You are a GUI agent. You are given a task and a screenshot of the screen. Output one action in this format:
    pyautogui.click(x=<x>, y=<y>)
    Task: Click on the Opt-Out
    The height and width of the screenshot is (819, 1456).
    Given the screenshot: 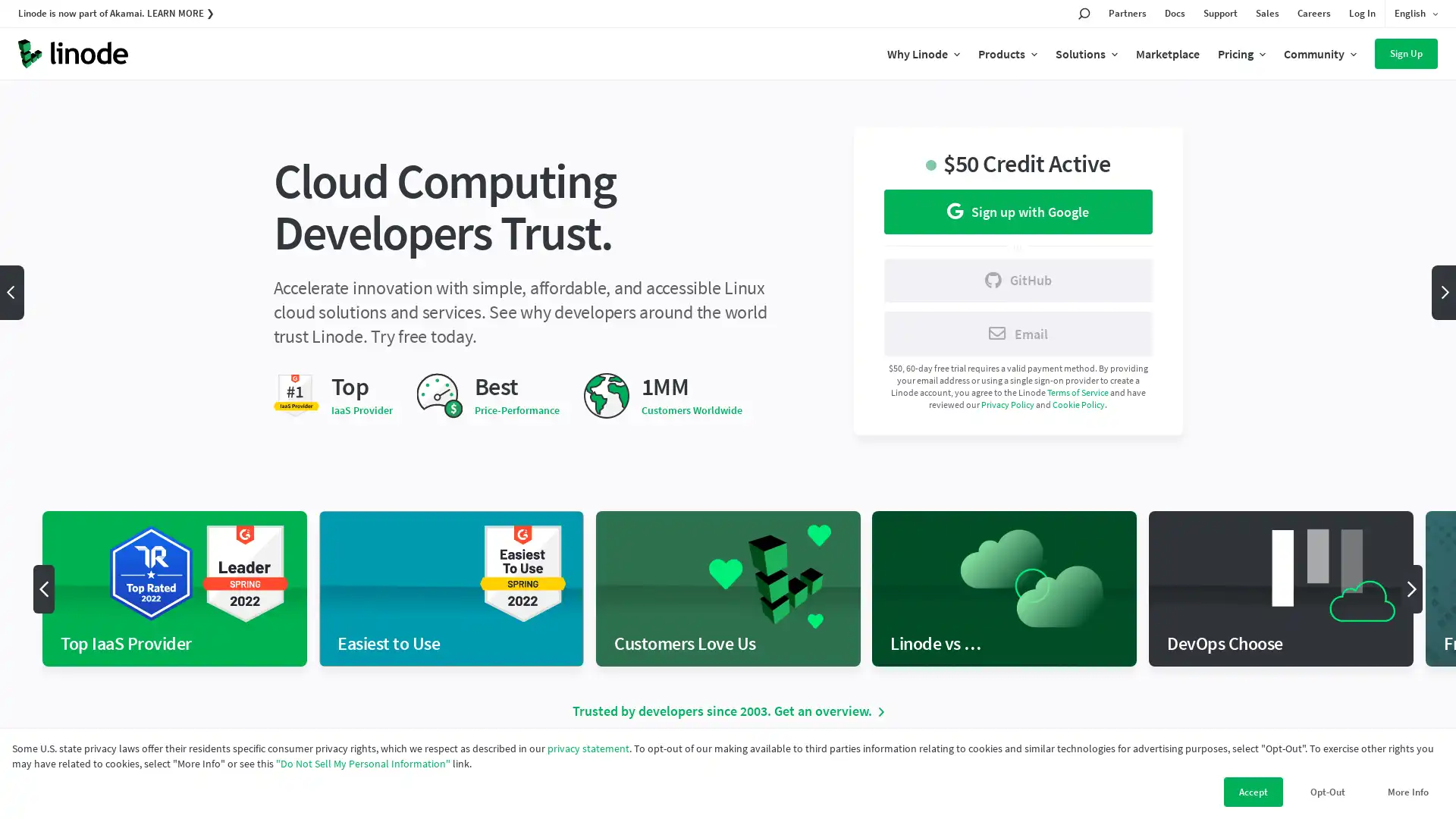 What is the action you would take?
    pyautogui.click(x=1327, y=791)
    